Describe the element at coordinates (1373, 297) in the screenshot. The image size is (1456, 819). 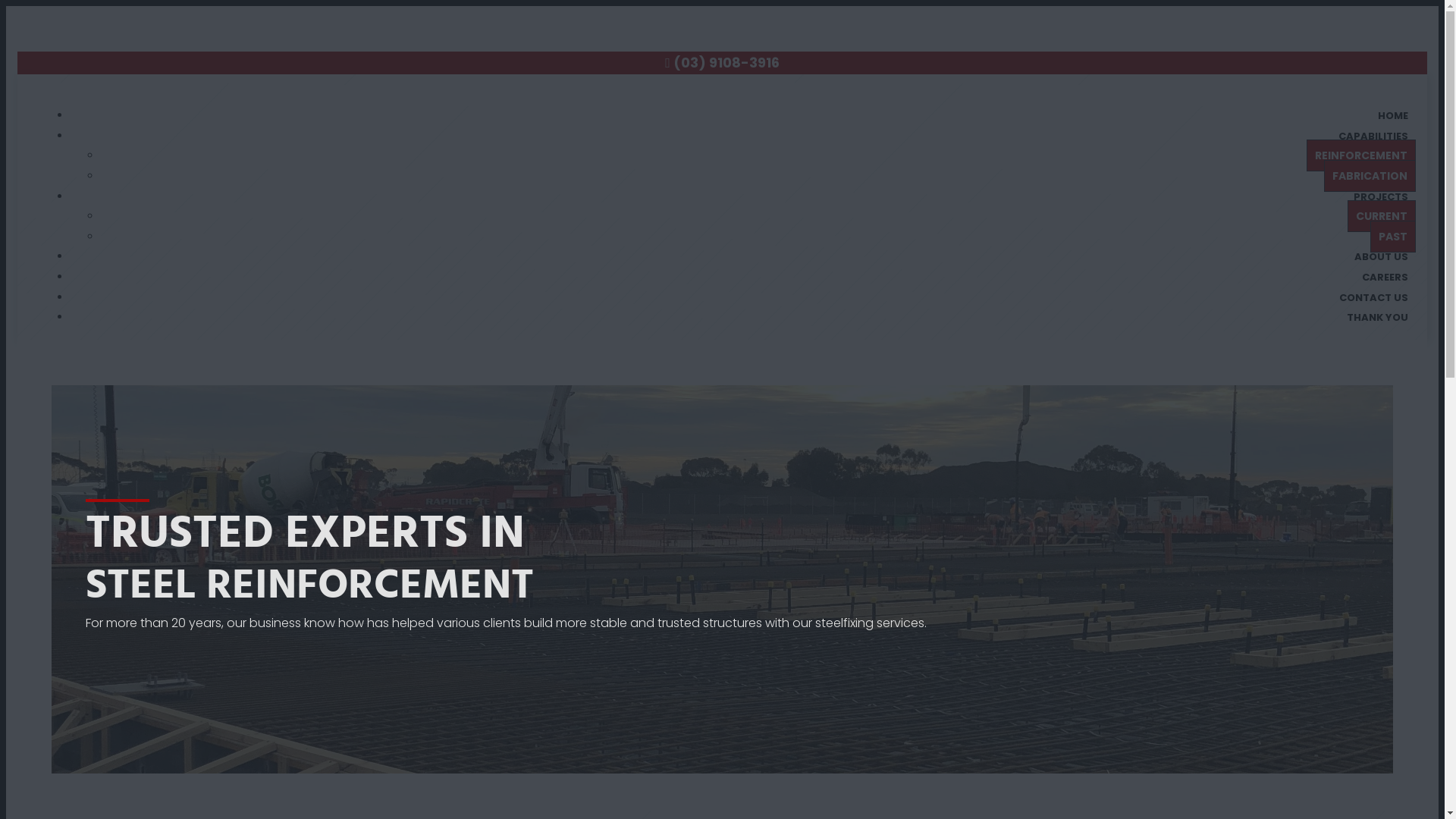
I see `'CONTACT US'` at that location.